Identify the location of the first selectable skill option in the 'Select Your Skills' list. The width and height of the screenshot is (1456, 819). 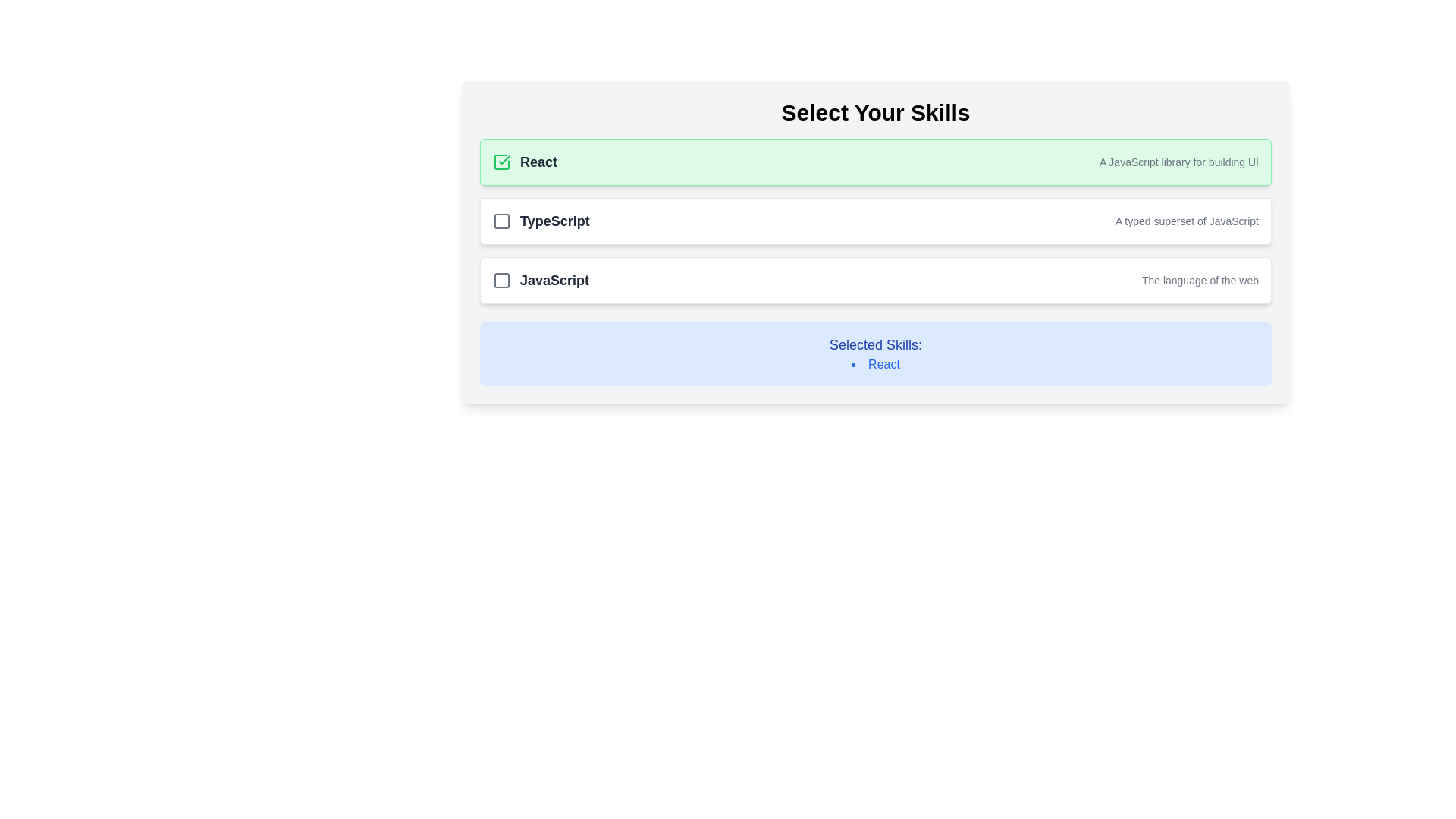
(876, 162).